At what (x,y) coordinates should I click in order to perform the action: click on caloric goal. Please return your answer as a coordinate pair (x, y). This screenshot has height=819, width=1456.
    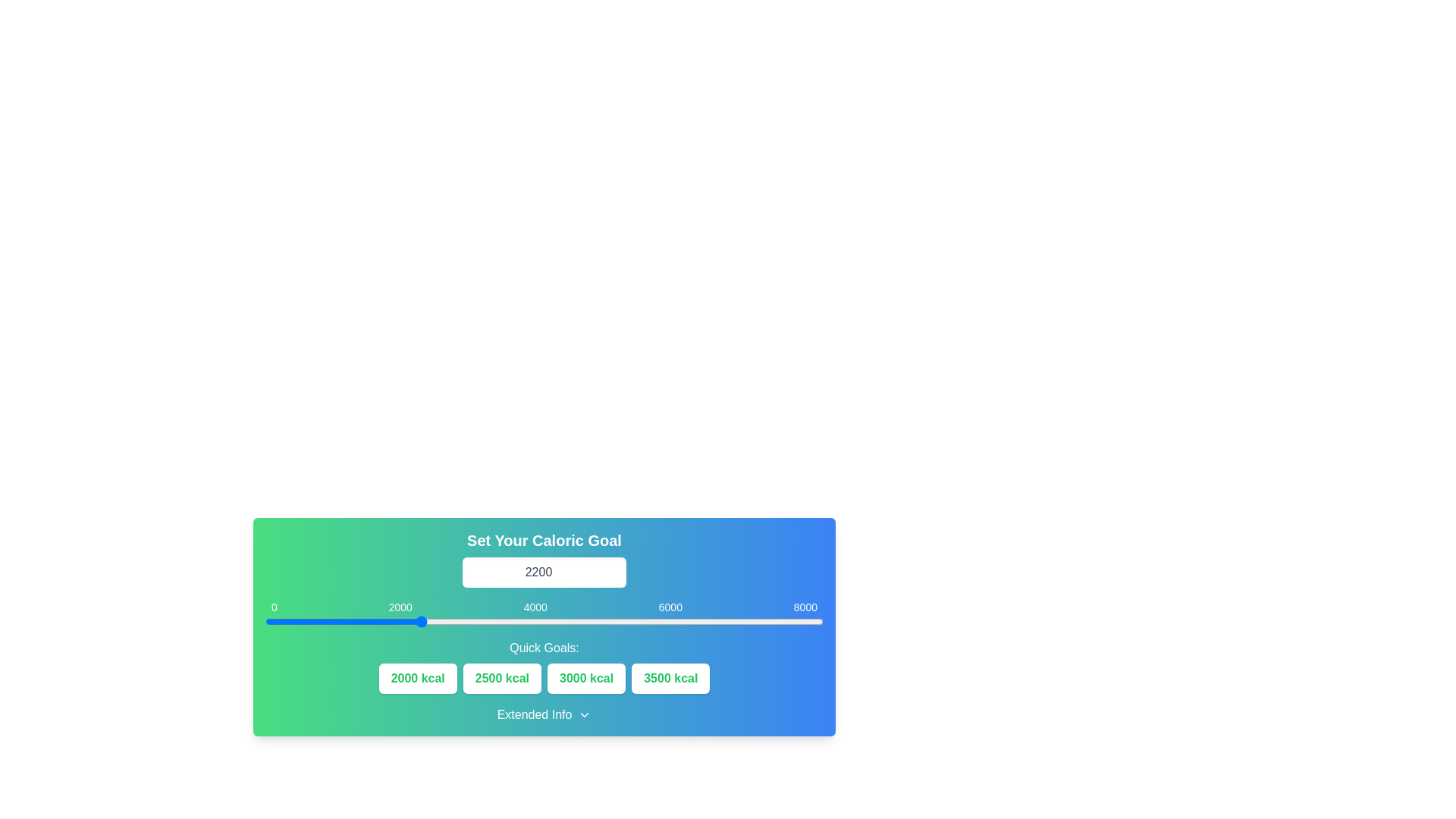
    Looking at the image, I should click on (551, 622).